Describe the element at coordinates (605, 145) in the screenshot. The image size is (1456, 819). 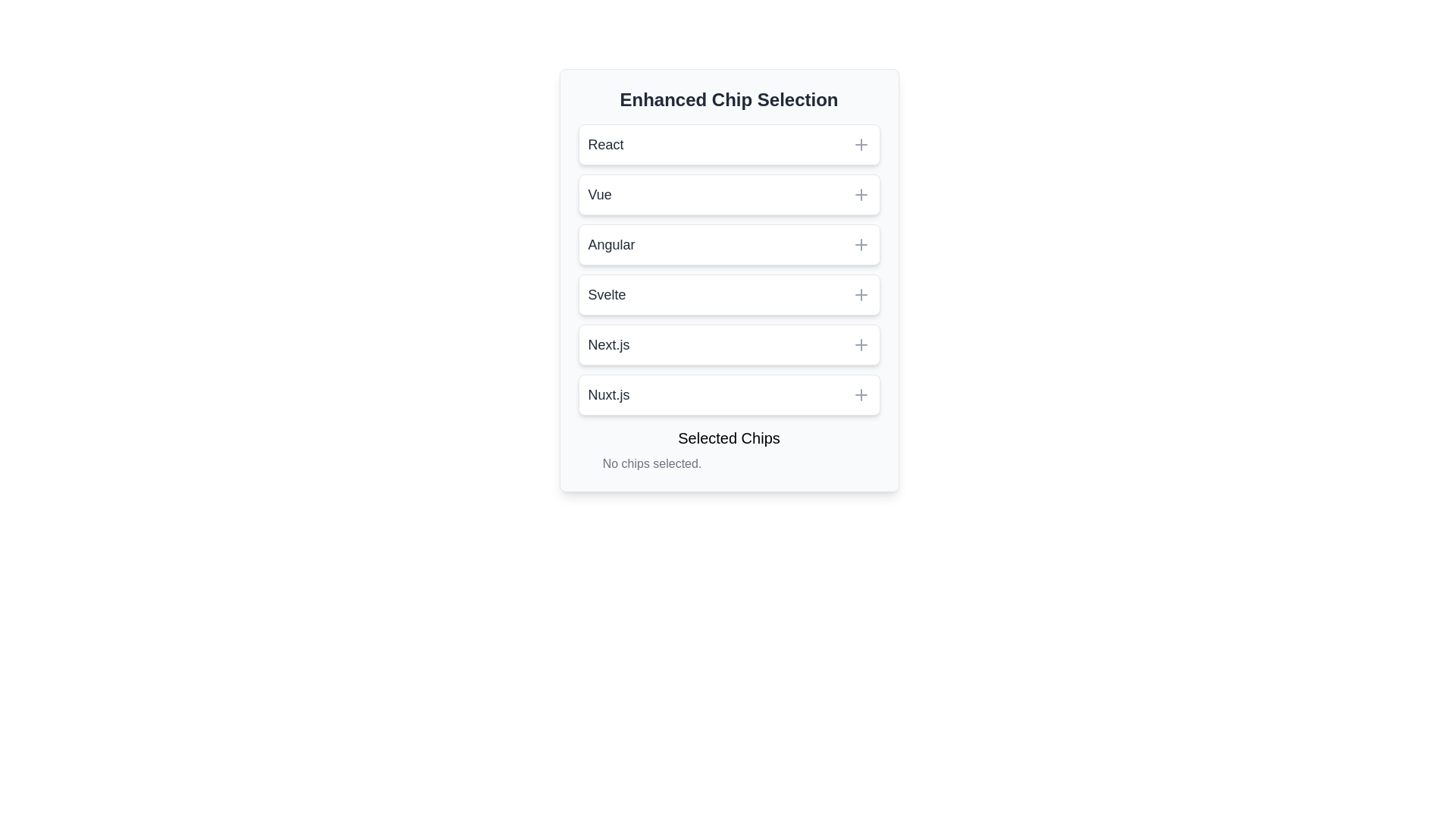
I see `the 'React' text label located at the top of the vertically arranged list` at that location.